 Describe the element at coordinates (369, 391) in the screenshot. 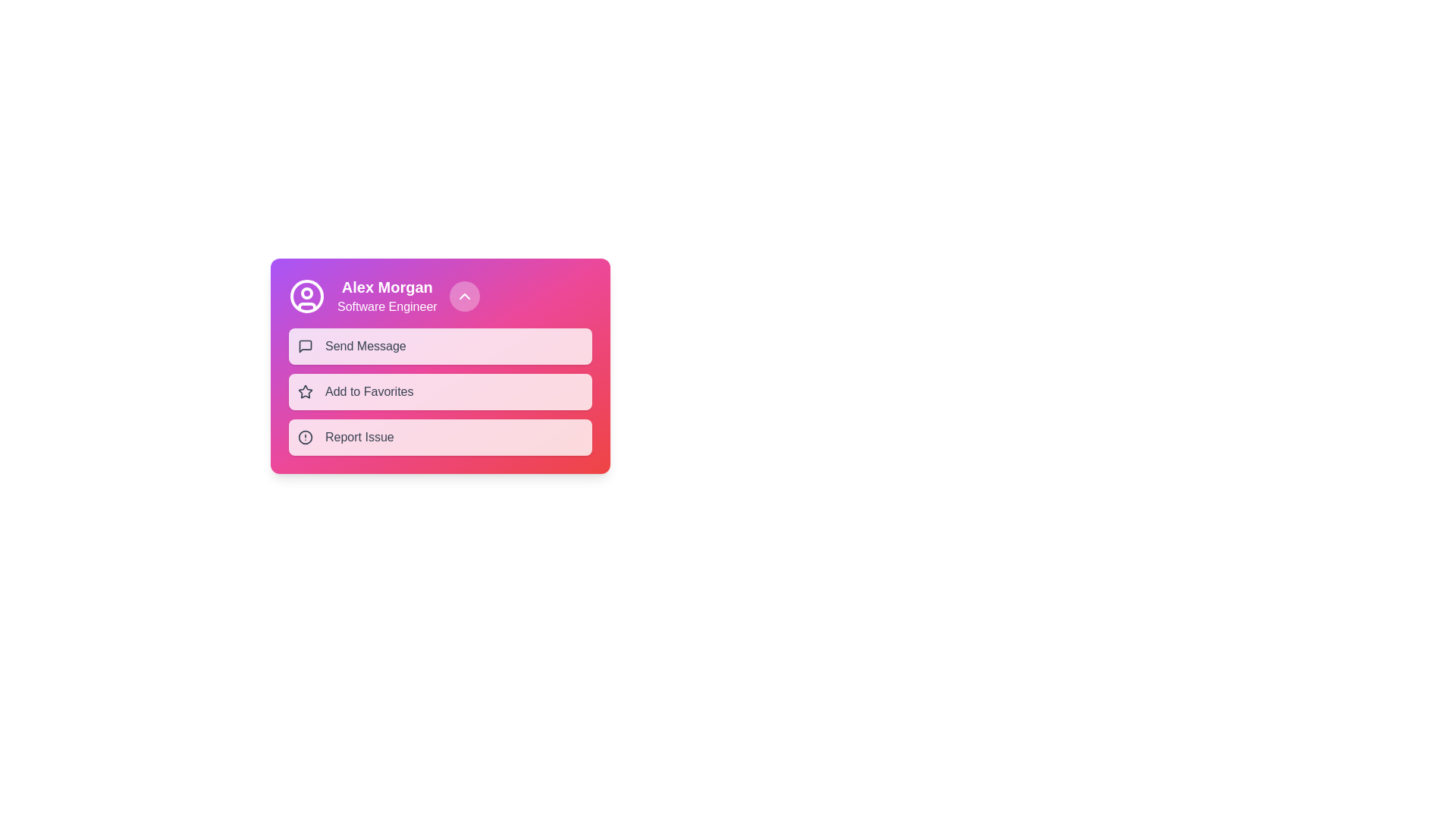

I see `the text label indicating the action to add a user or item to favorites, located below the 'Send Message' button and above the 'Report Issue' button, to the right of the gray star icon` at that location.